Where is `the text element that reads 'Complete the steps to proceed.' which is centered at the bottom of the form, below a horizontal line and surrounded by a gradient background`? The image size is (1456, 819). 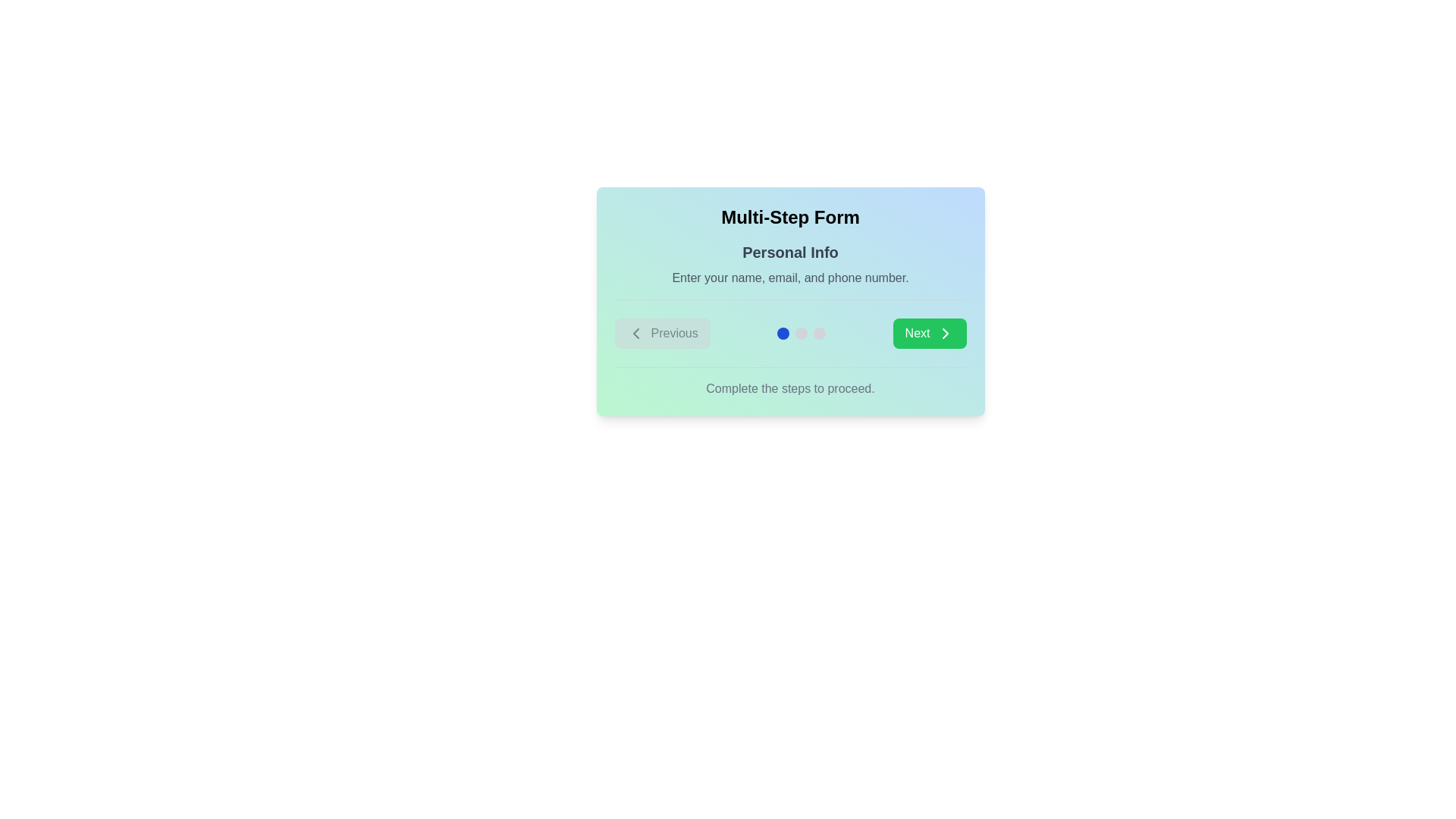
the text element that reads 'Complete the steps to proceed.' which is centered at the bottom of the form, below a horizontal line and surrounded by a gradient background is located at coordinates (789, 381).